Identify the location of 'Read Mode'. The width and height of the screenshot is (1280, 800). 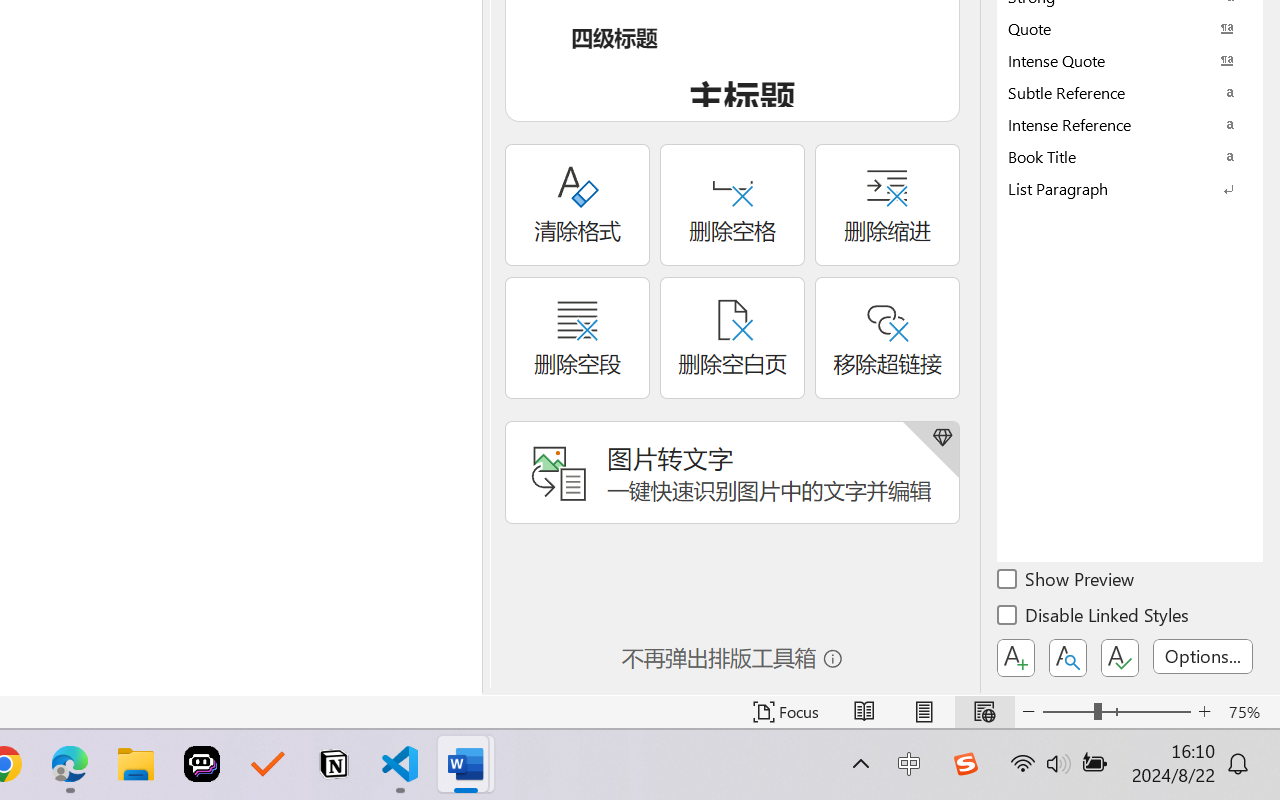
(864, 711).